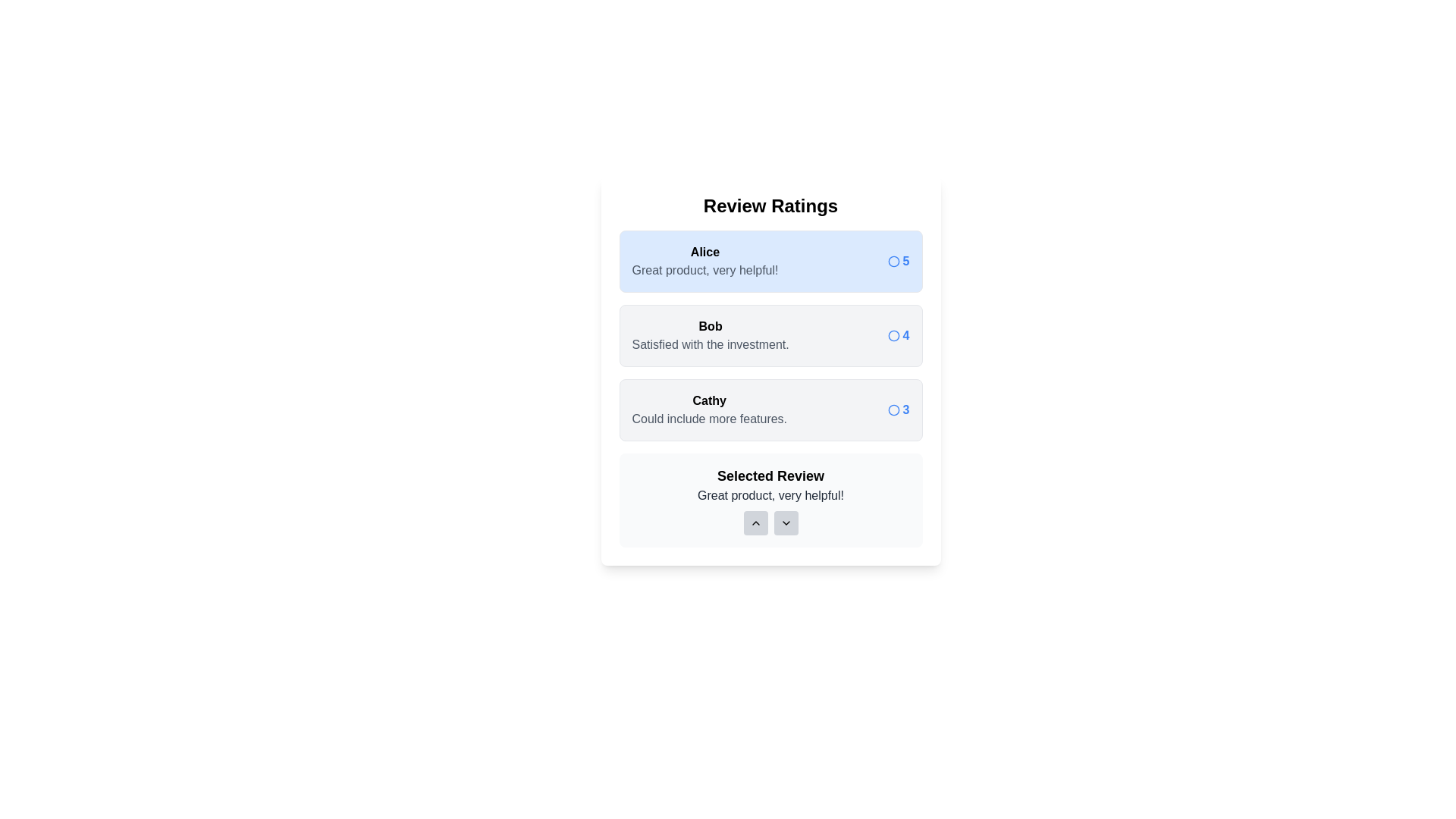 Image resolution: width=1456 pixels, height=819 pixels. Describe the element at coordinates (770, 409) in the screenshot. I see `the review with user name Cathy` at that location.